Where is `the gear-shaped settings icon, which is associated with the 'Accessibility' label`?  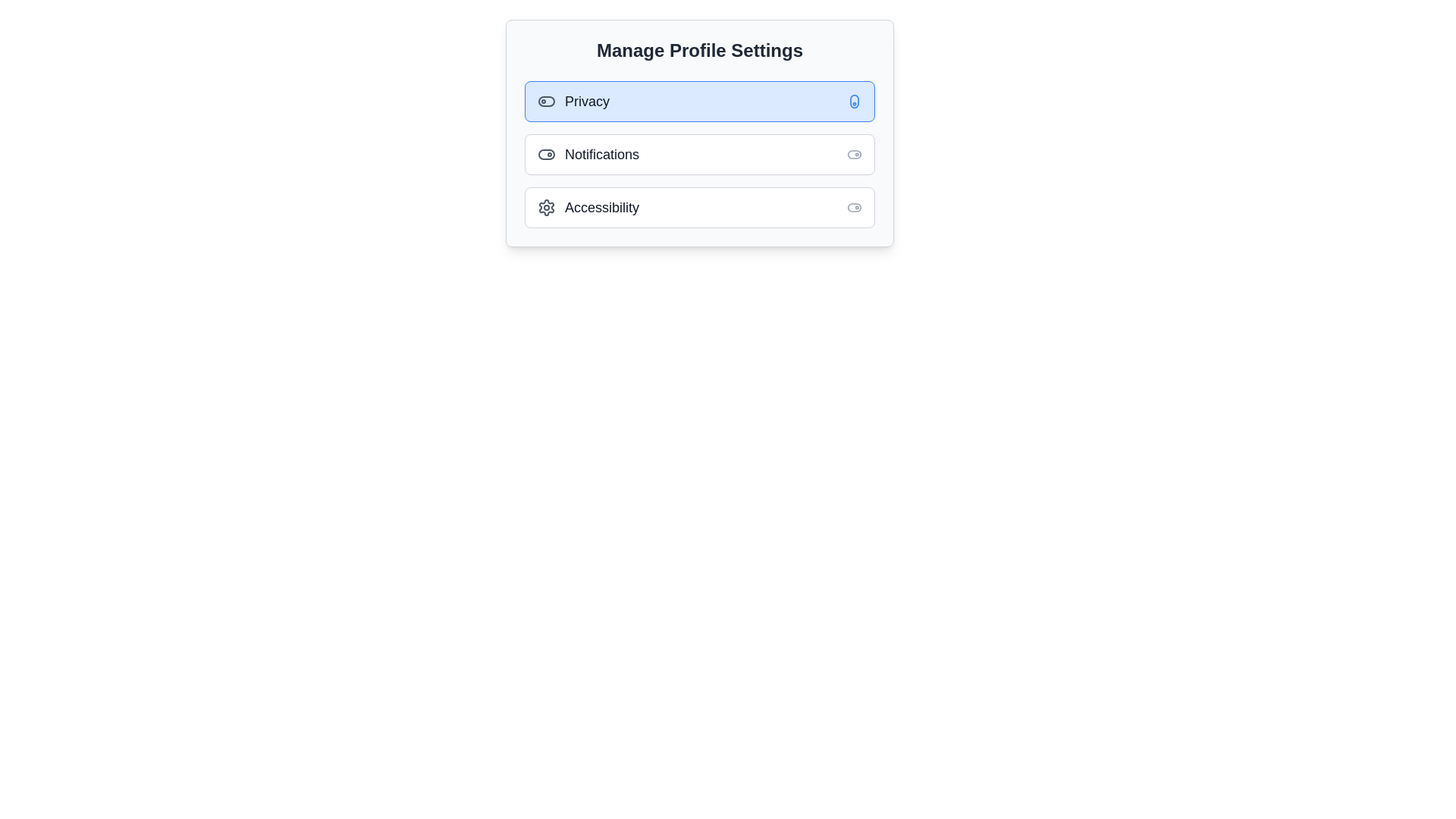
the gear-shaped settings icon, which is associated with the 'Accessibility' label is located at coordinates (546, 207).